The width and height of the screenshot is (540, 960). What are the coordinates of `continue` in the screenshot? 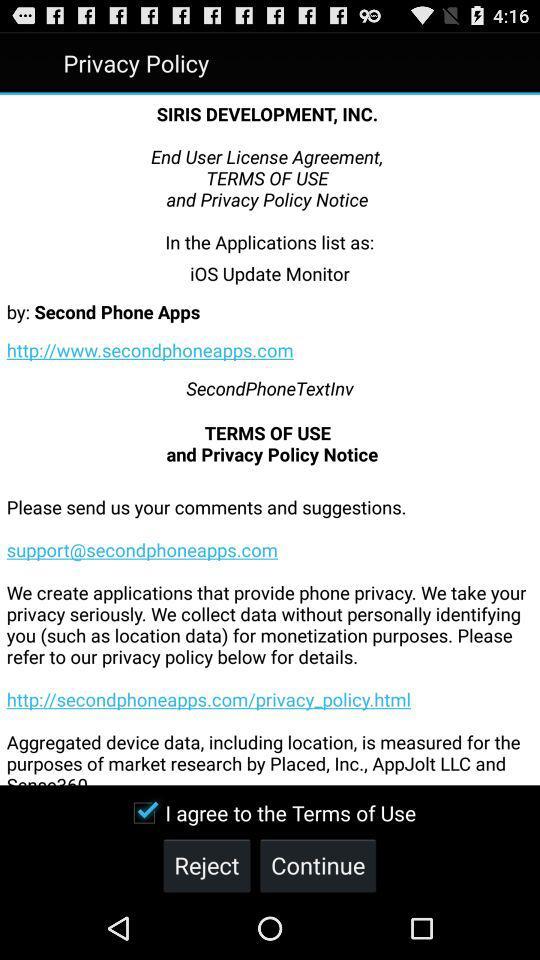 It's located at (318, 864).